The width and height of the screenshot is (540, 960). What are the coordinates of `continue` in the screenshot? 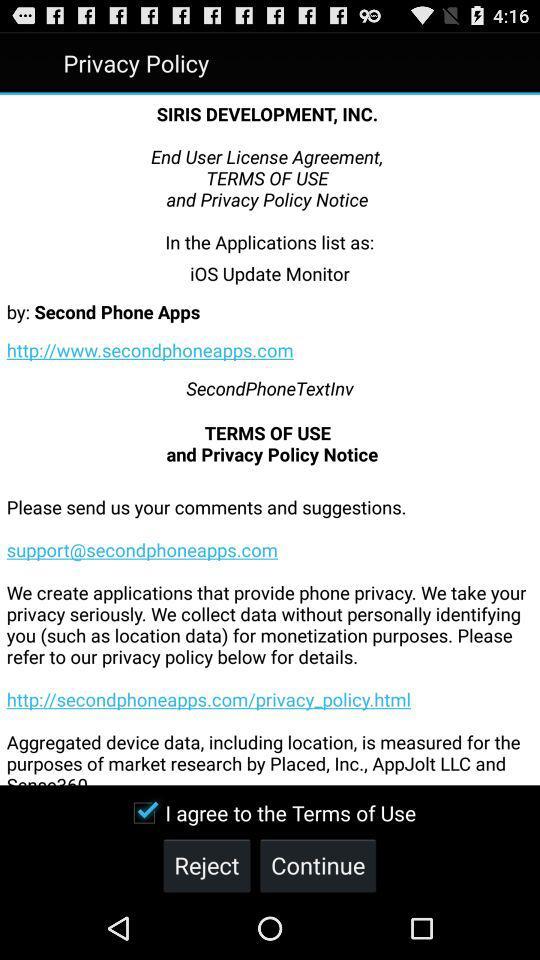 It's located at (318, 864).